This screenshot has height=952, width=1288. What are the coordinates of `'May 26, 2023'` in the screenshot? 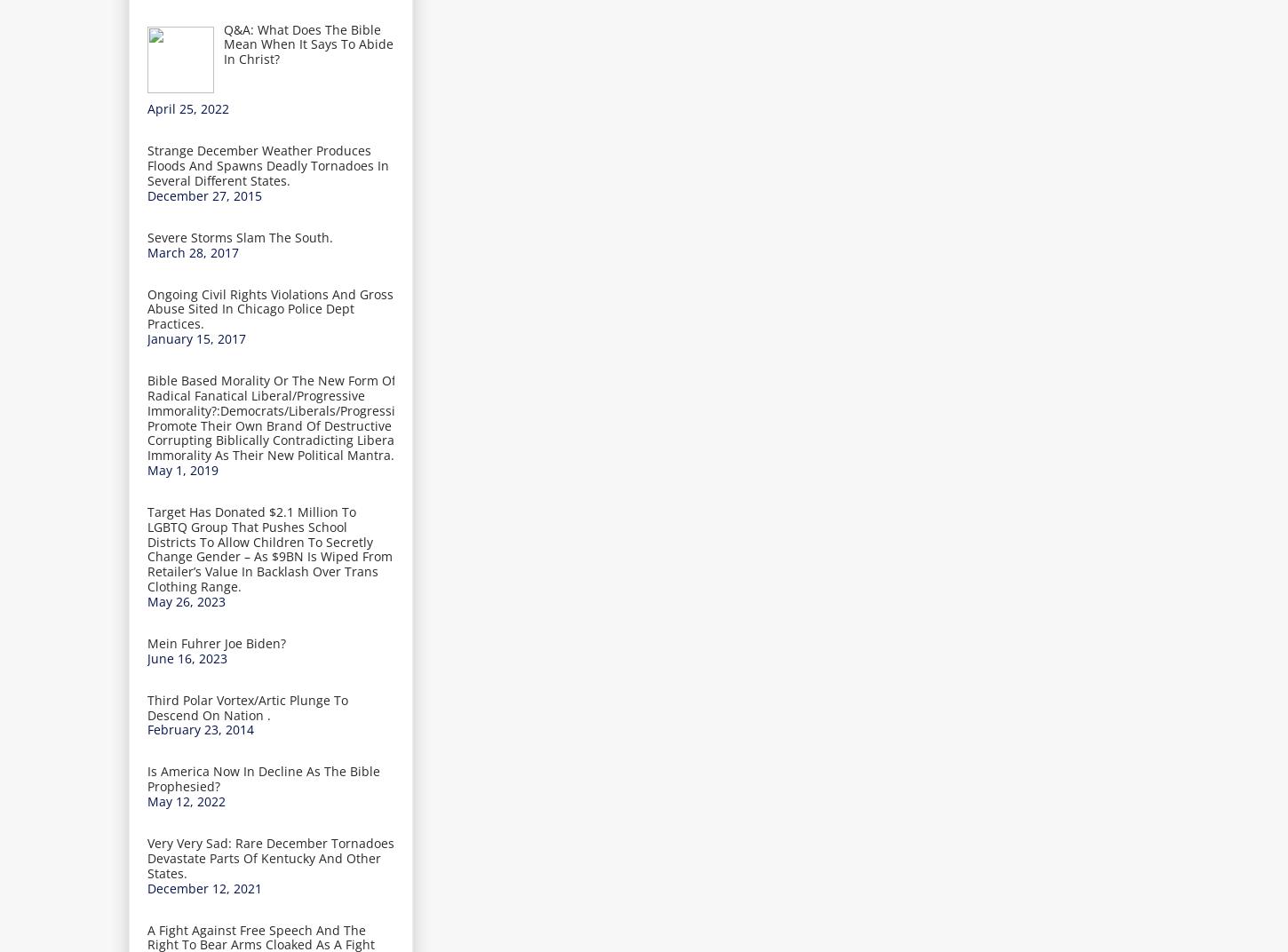 It's located at (185, 599).